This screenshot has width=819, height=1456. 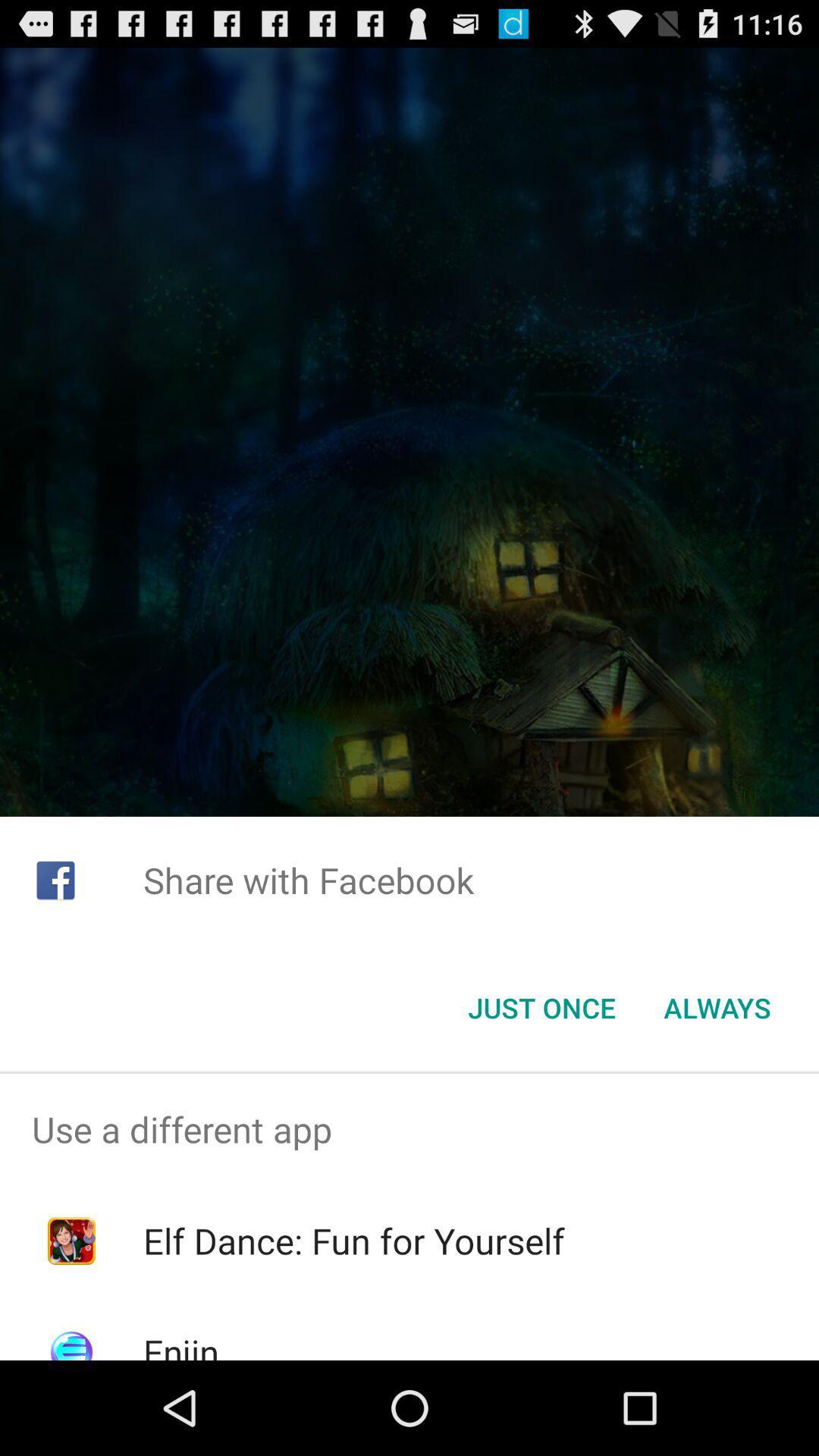 I want to click on the always button, so click(x=717, y=1008).